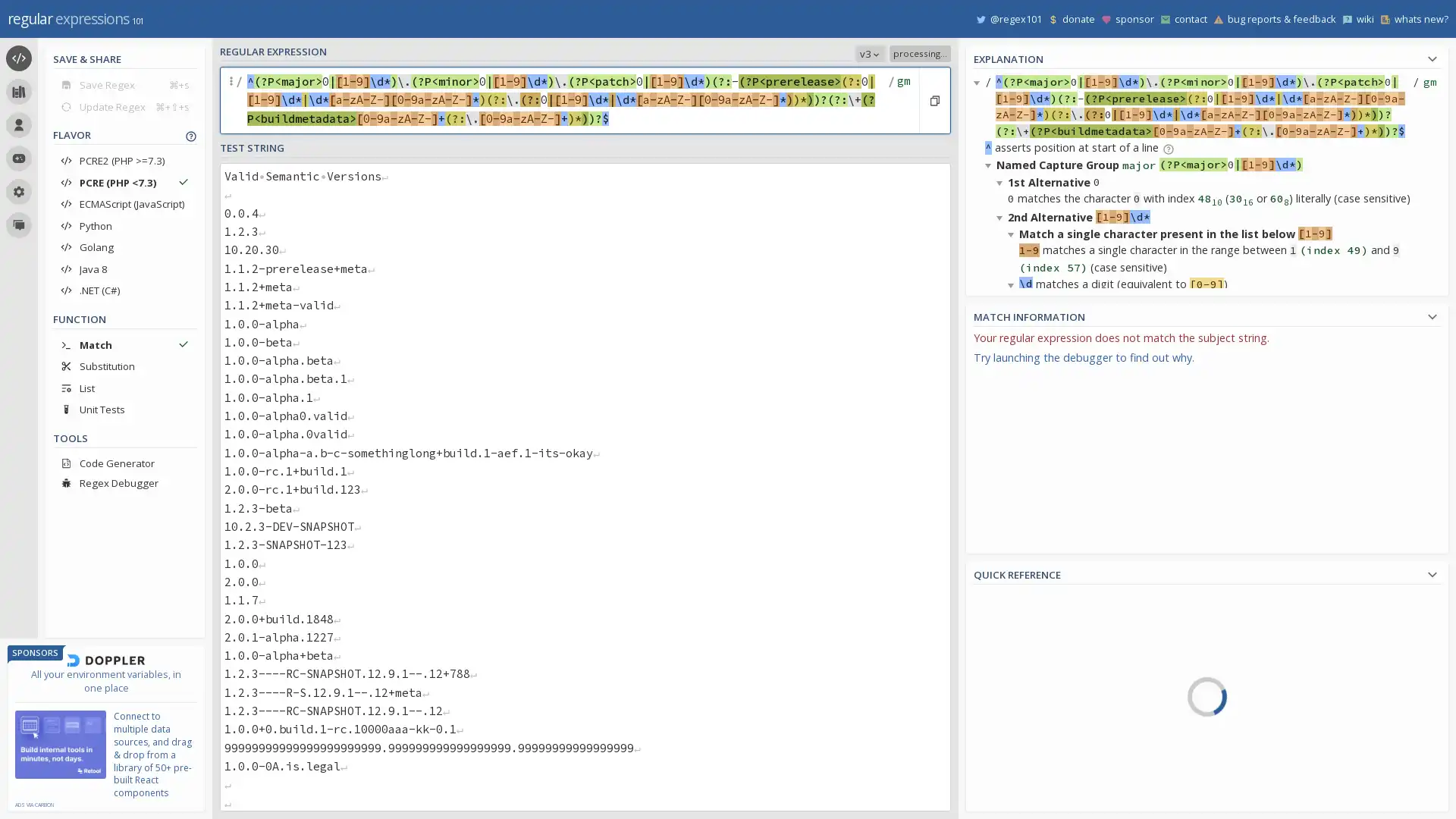  I want to click on Group minor, so click(1014, 528).